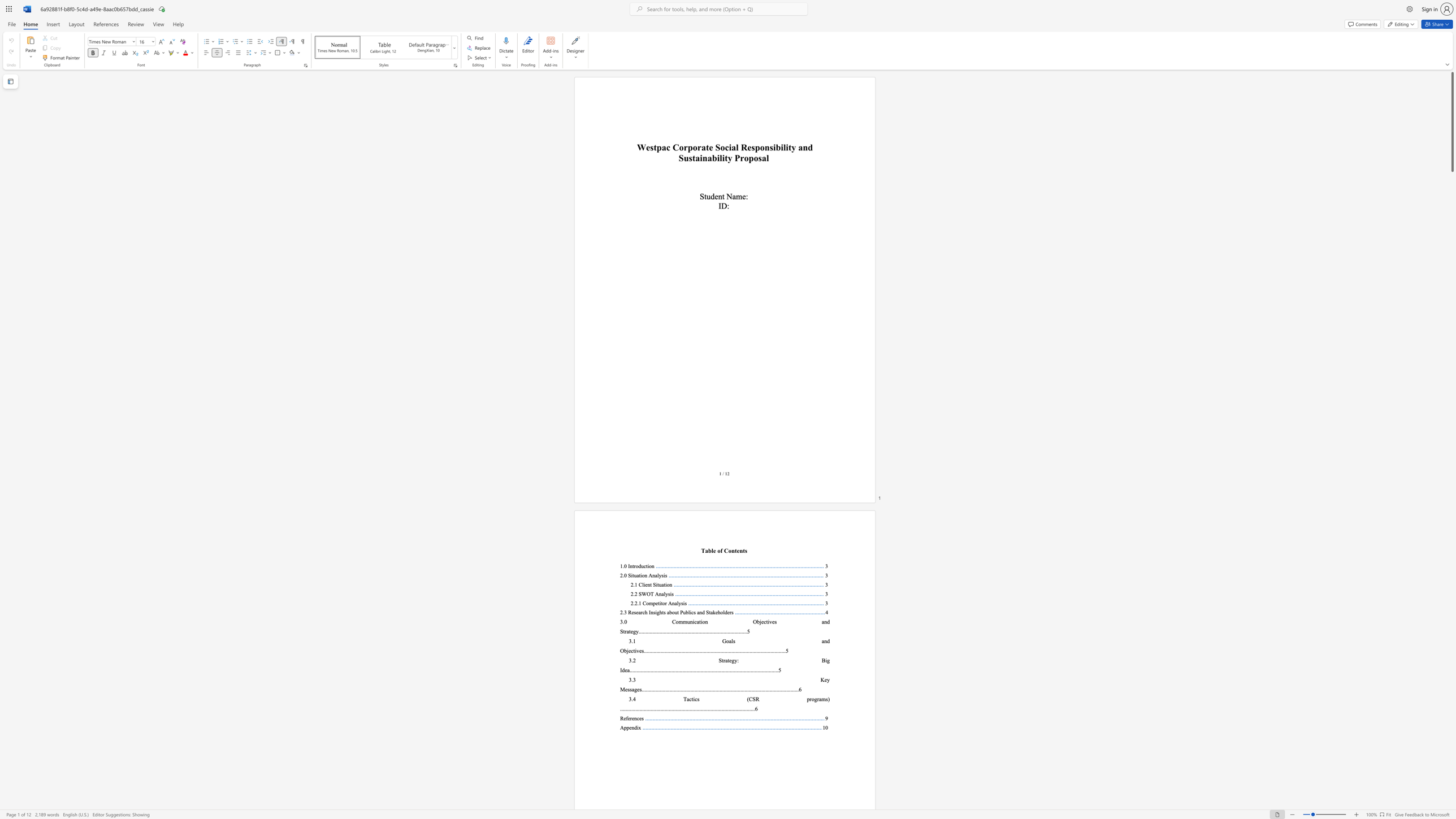  I want to click on the 24th character "." in the text, so click(785, 650).